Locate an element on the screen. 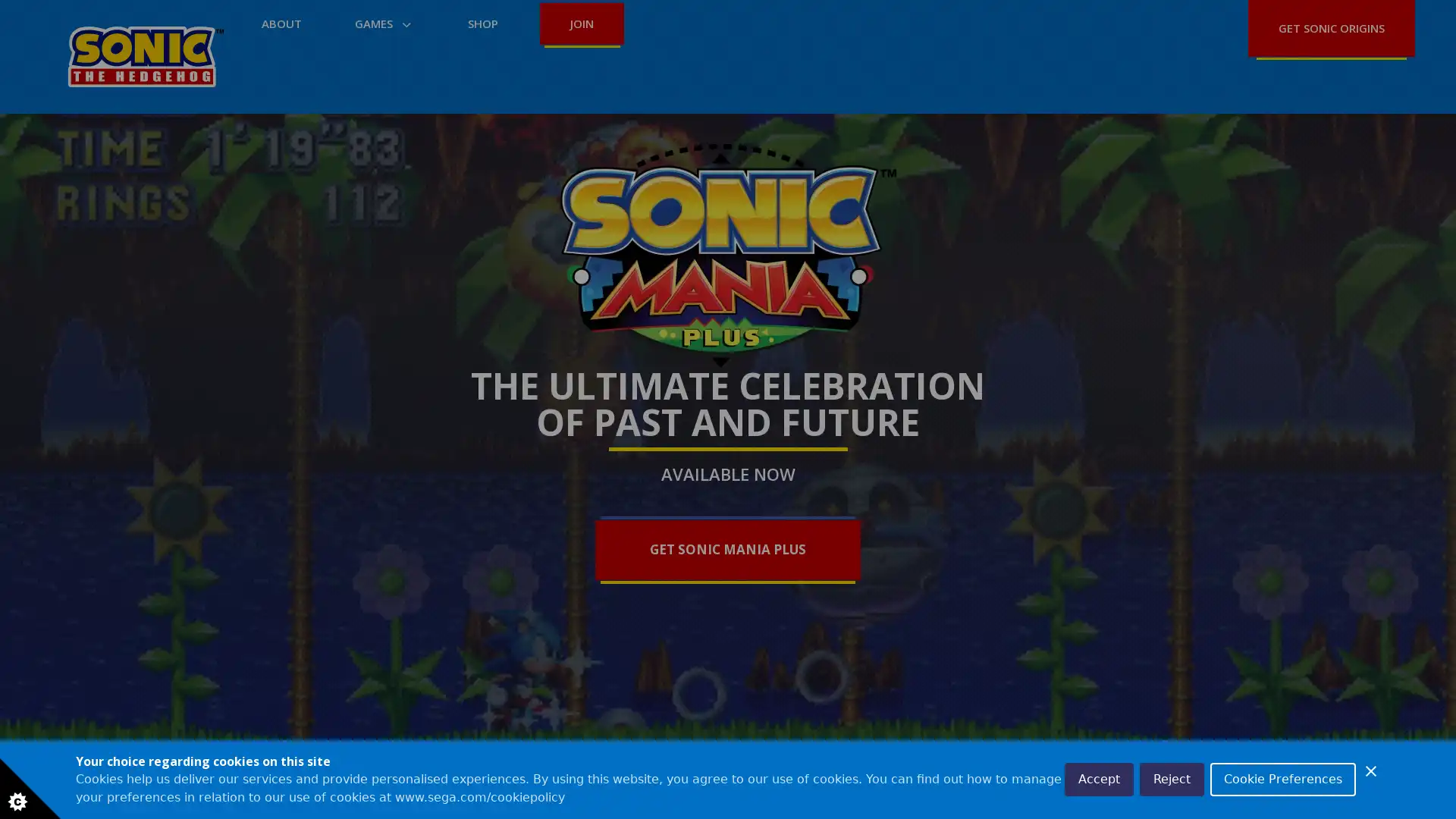 This screenshot has width=1456, height=819. Reject is located at coordinates (1171, 780).